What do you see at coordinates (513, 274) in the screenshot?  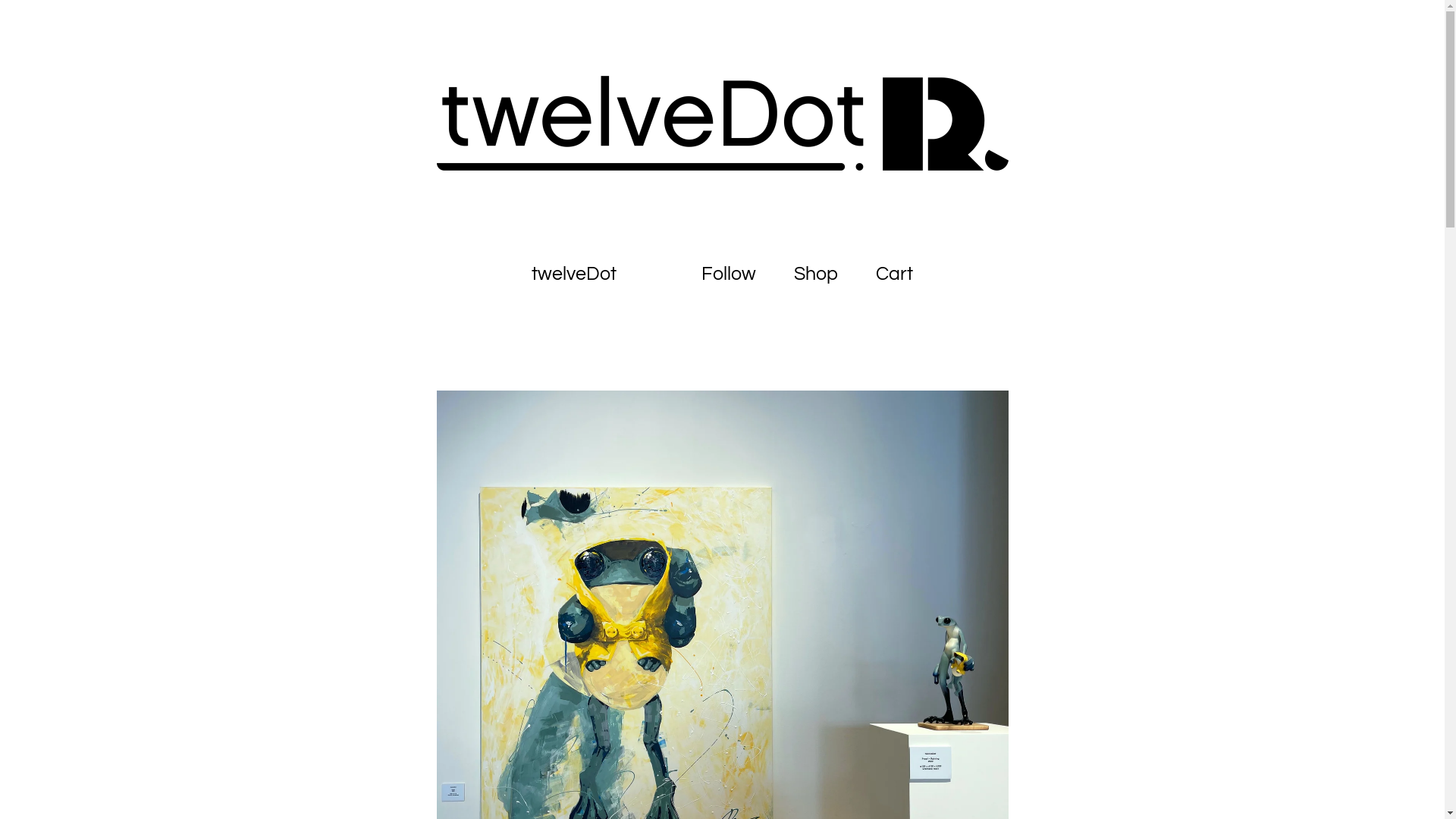 I see `'twelveDot'` at bounding box center [513, 274].